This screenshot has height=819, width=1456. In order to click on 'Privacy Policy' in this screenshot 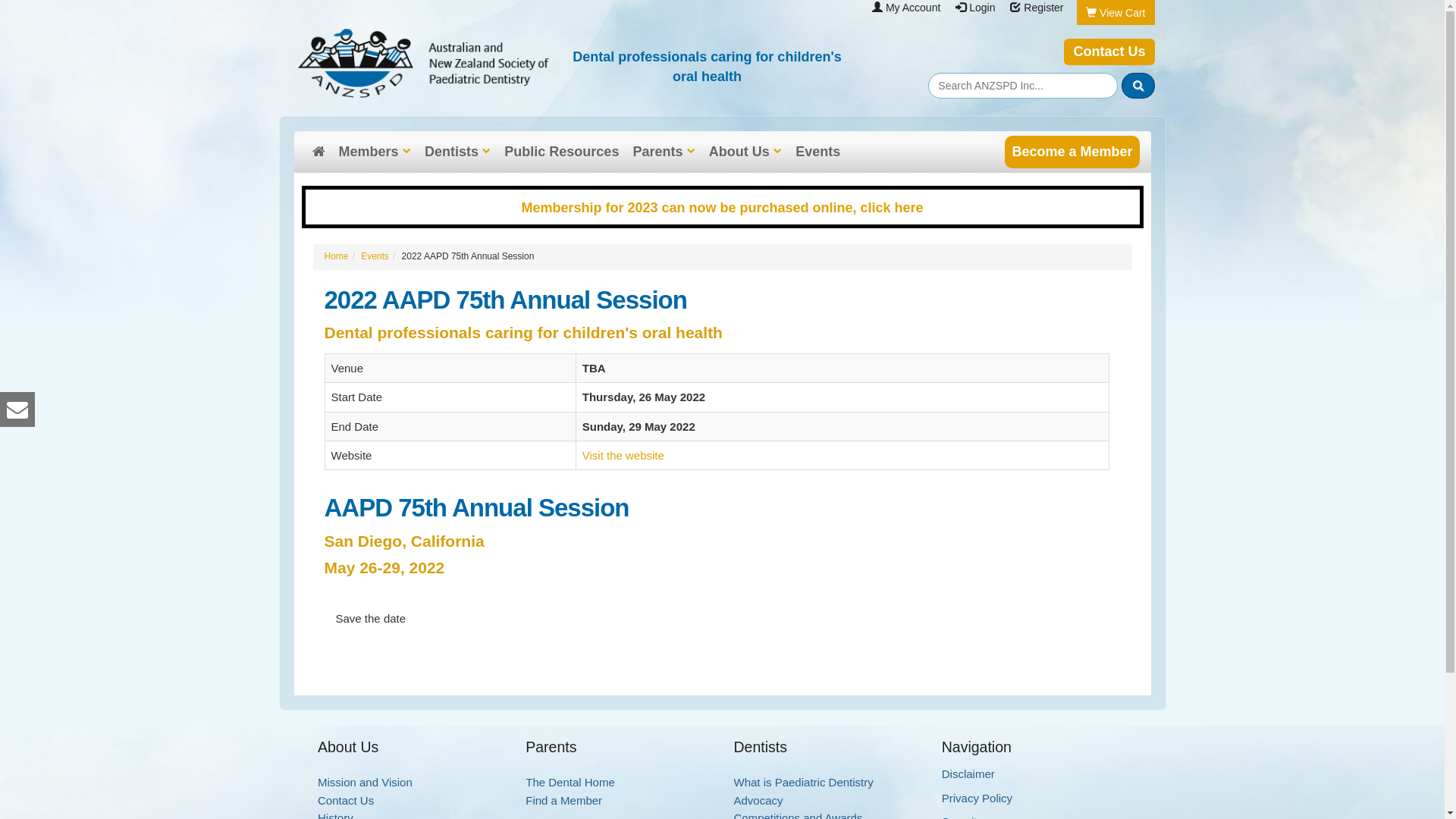, I will do `click(977, 797)`.